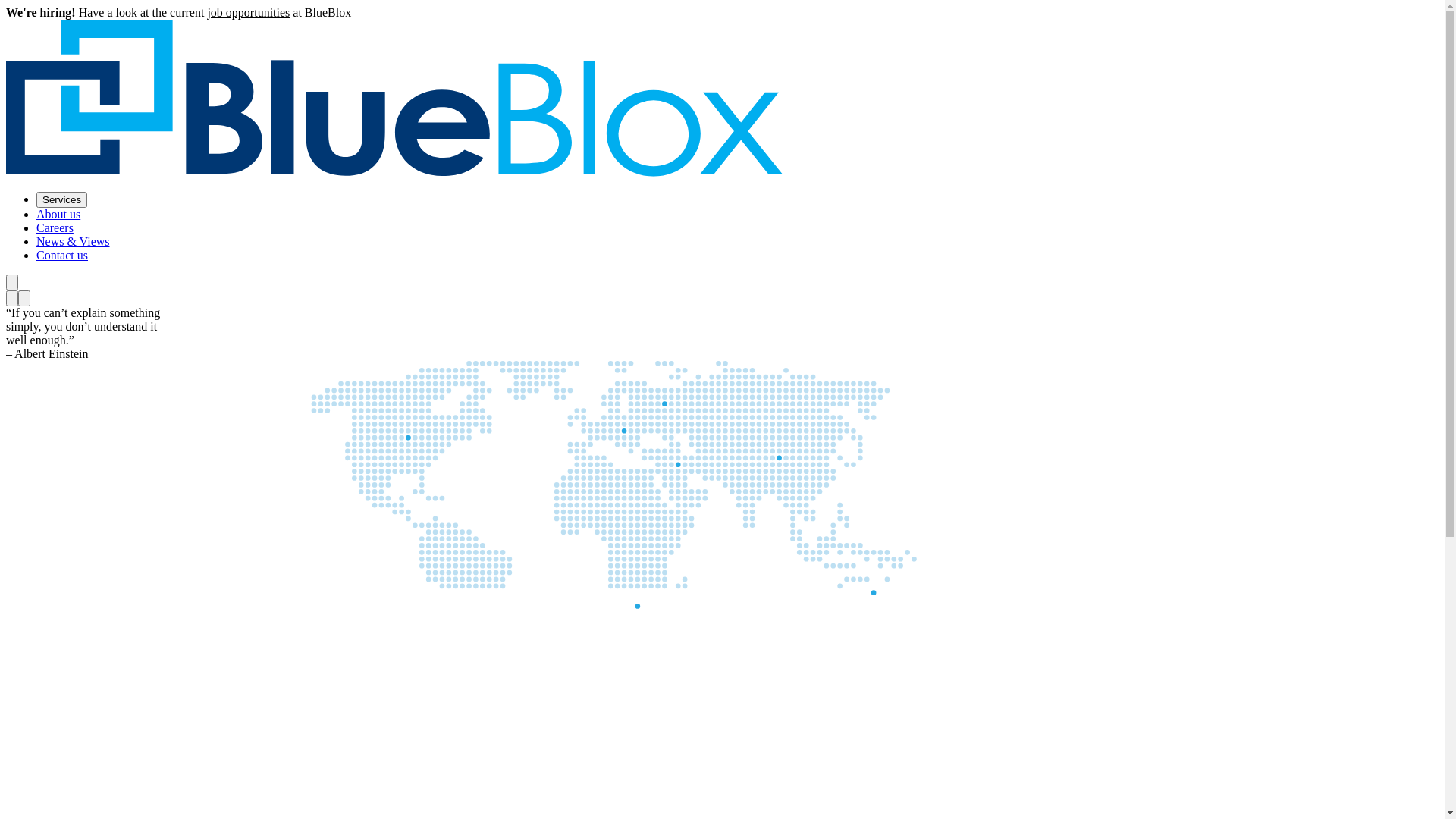  Describe the element at coordinates (55, 227) in the screenshot. I see `'Careers'` at that location.